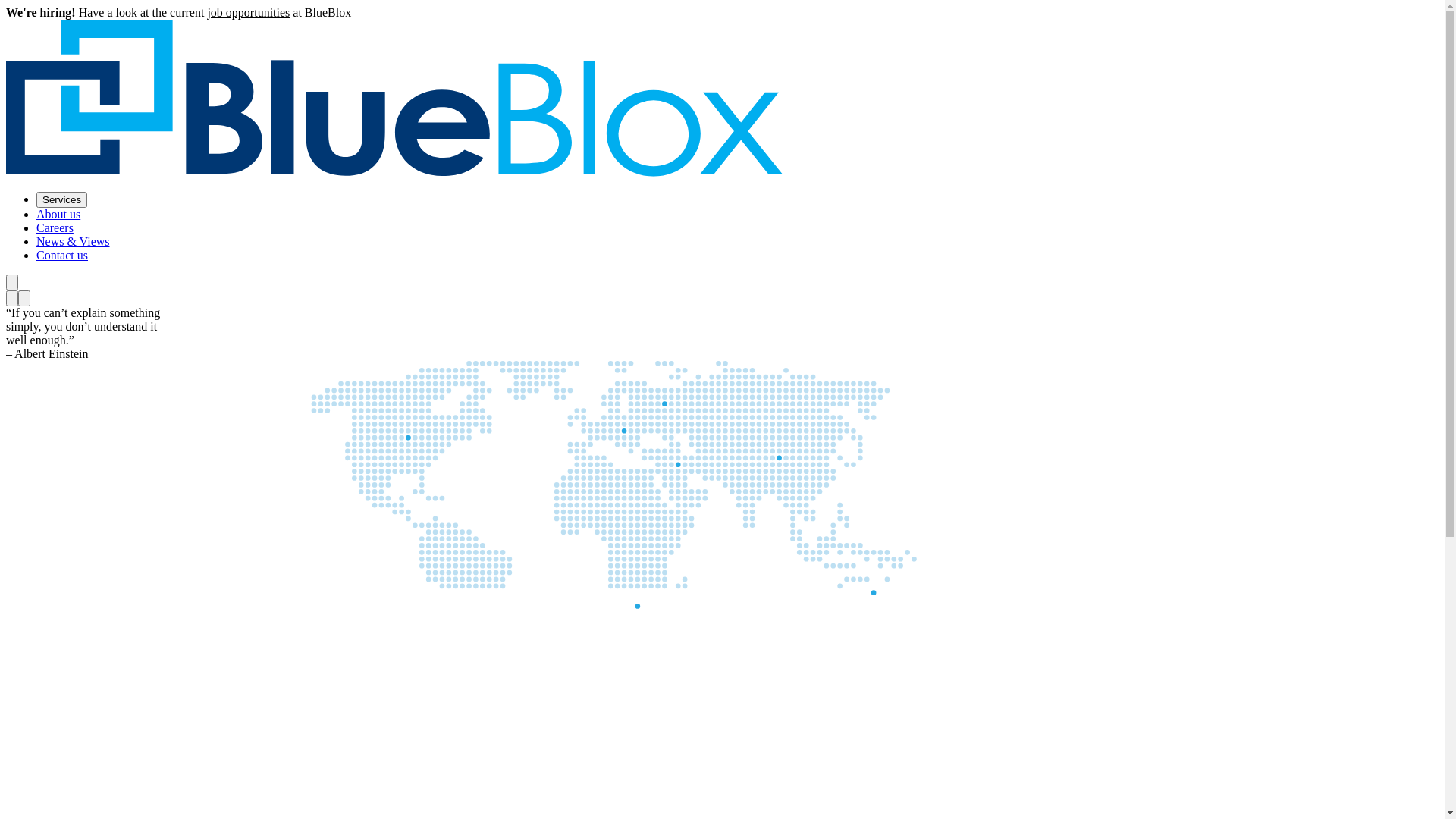  Describe the element at coordinates (55, 227) in the screenshot. I see `'Careers'` at that location.